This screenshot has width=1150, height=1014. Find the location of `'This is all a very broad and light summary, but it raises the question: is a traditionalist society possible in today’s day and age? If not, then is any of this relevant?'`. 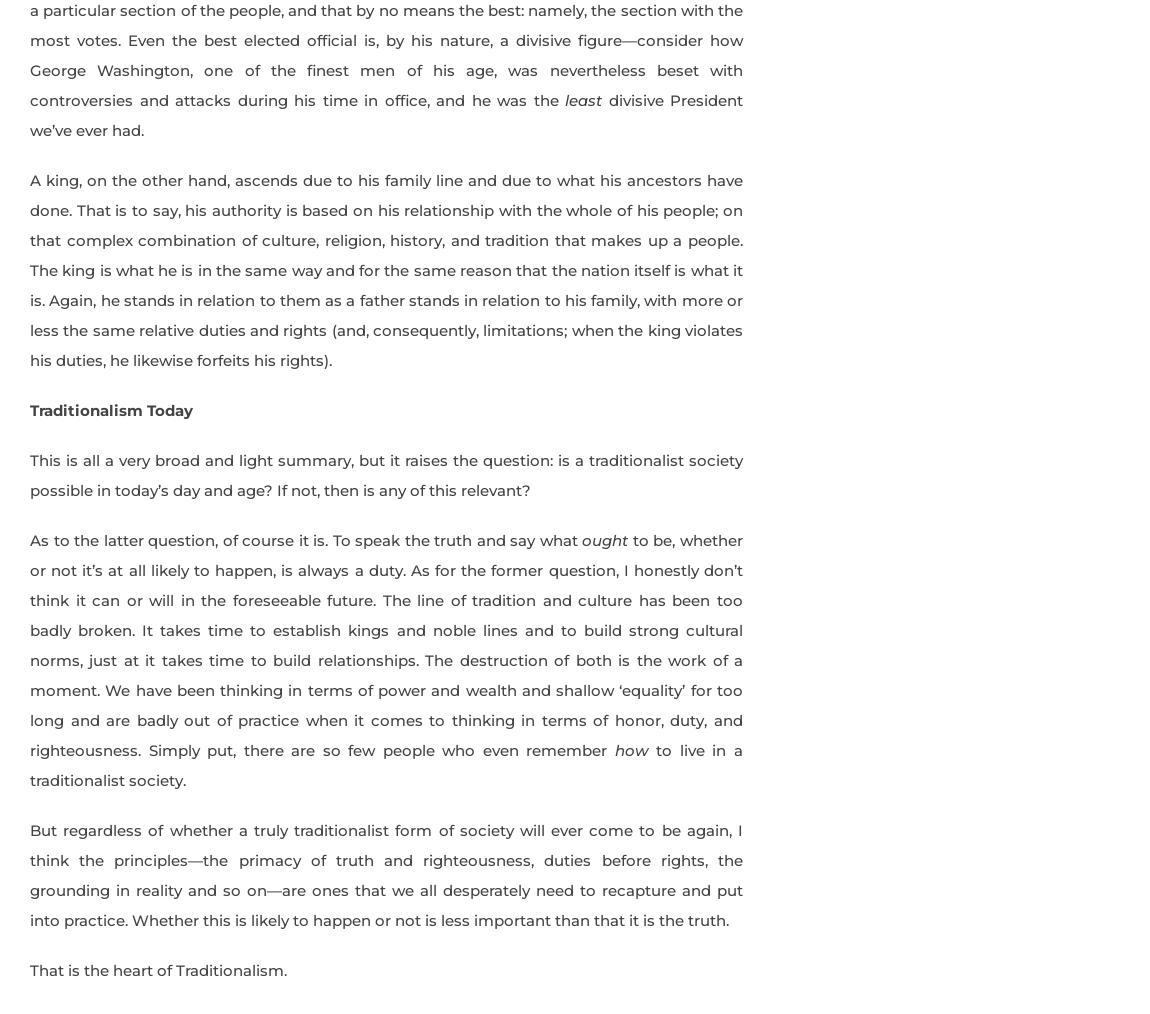

'This is all a very broad and light summary, but it raises the question: is a traditionalist society possible in today’s day and age? If not, then is any of this relevant?' is located at coordinates (386, 474).